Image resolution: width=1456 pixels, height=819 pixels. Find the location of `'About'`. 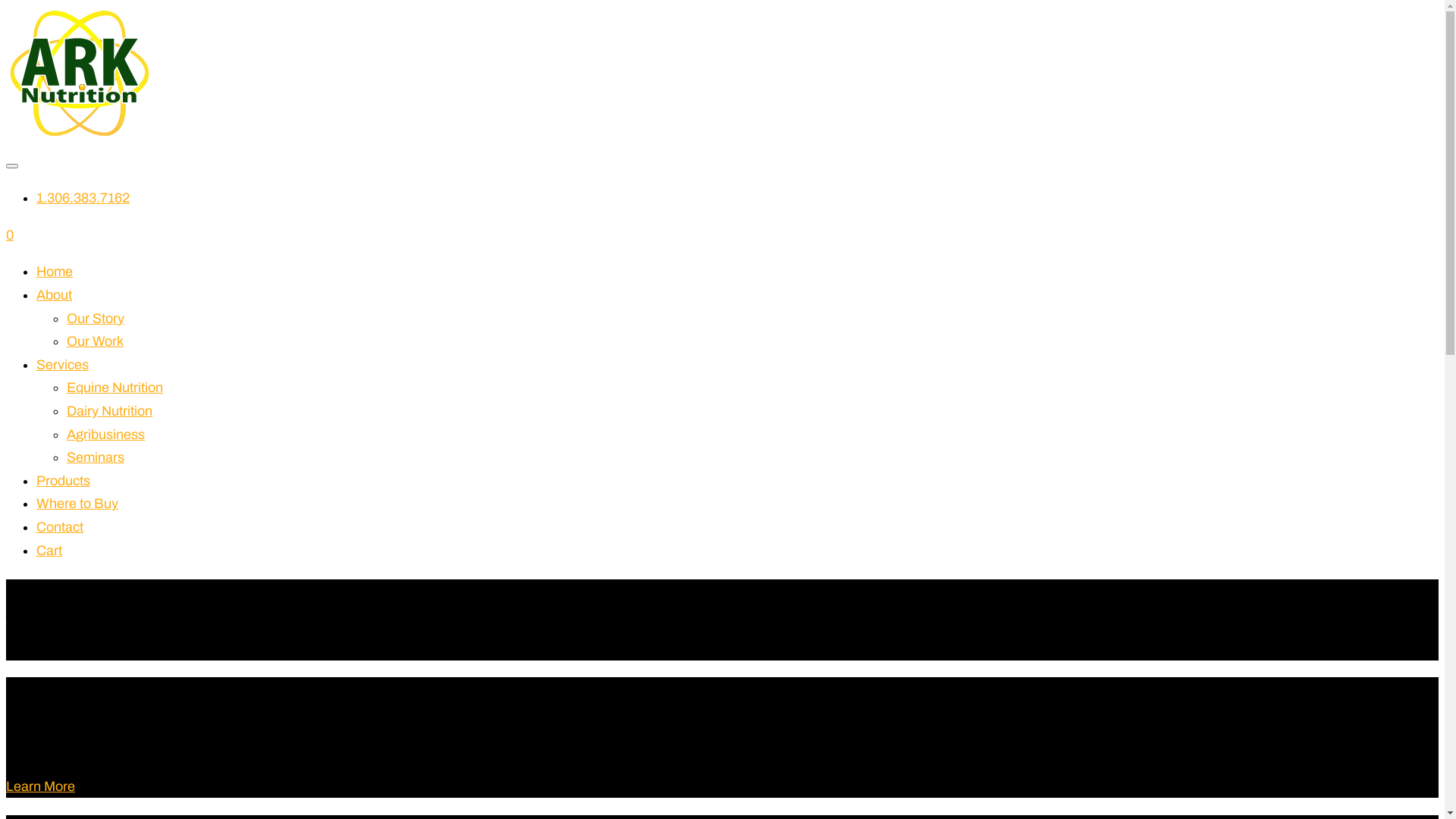

'About' is located at coordinates (54, 295).